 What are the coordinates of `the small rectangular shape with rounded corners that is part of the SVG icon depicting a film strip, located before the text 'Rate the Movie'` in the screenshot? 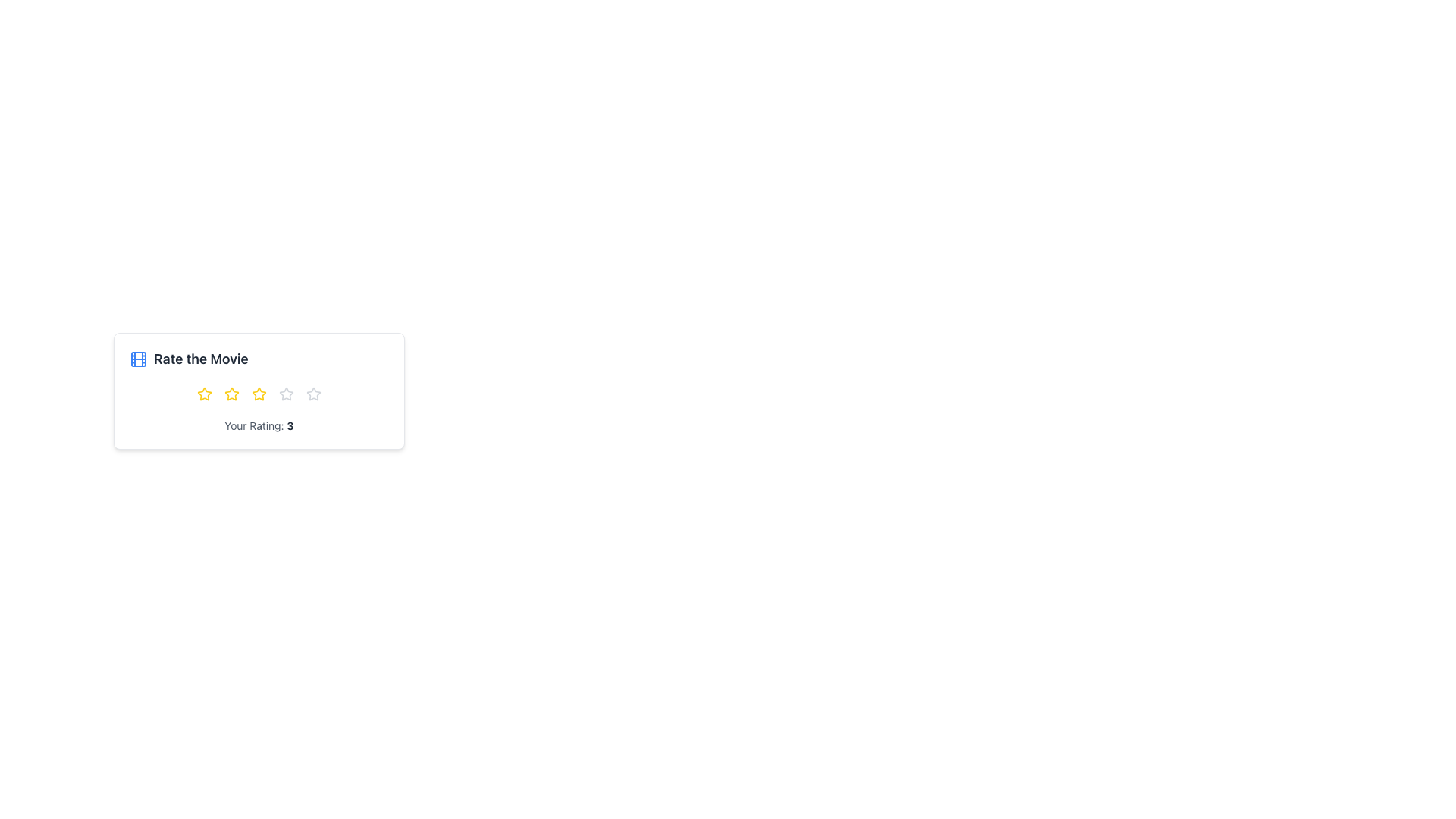 It's located at (138, 359).